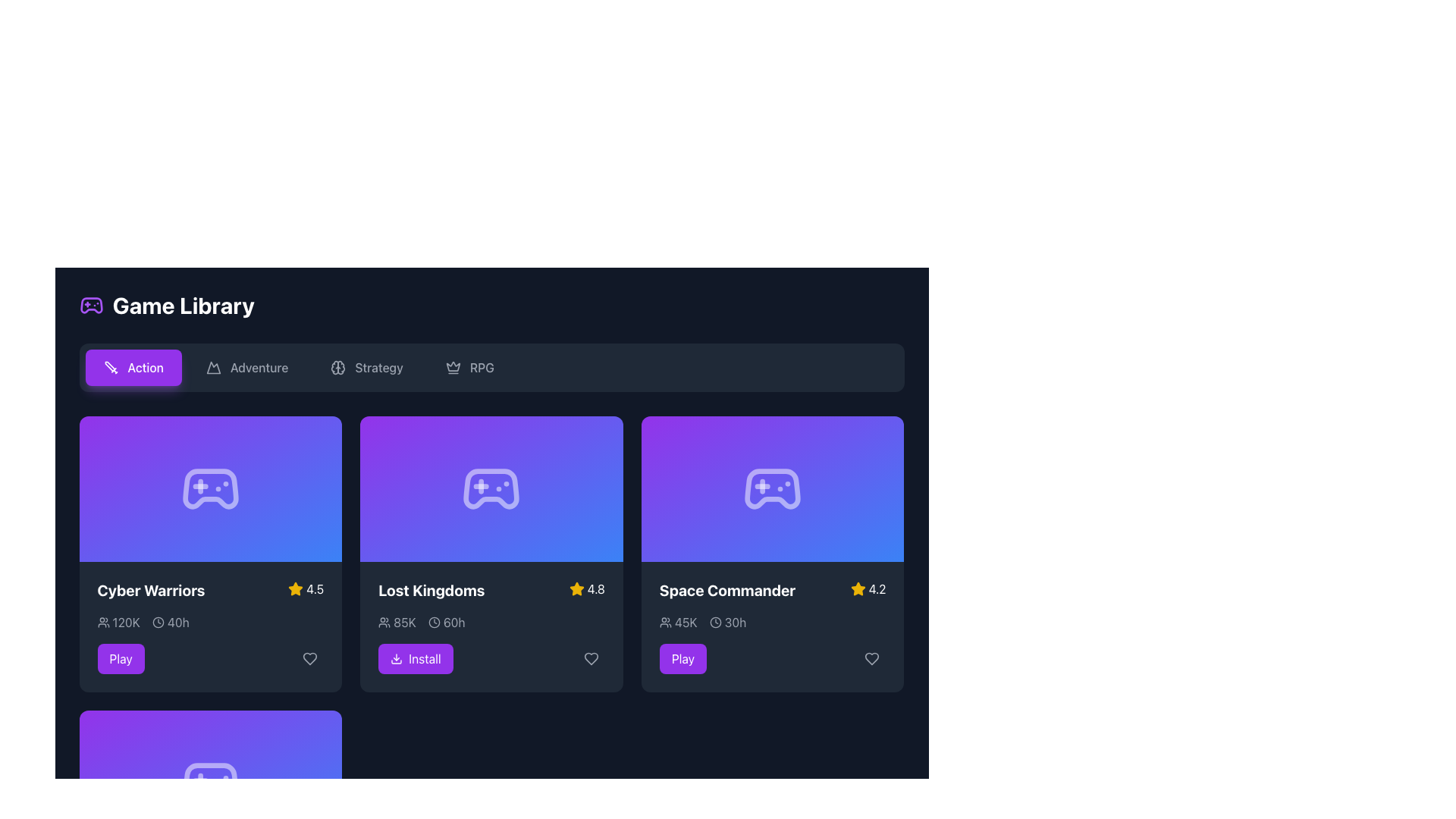 The width and height of the screenshot is (1456, 819). I want to click on the clock icon followed by the text '30h' in the 'Space Commander' section of the game cards, so click(728, 623).